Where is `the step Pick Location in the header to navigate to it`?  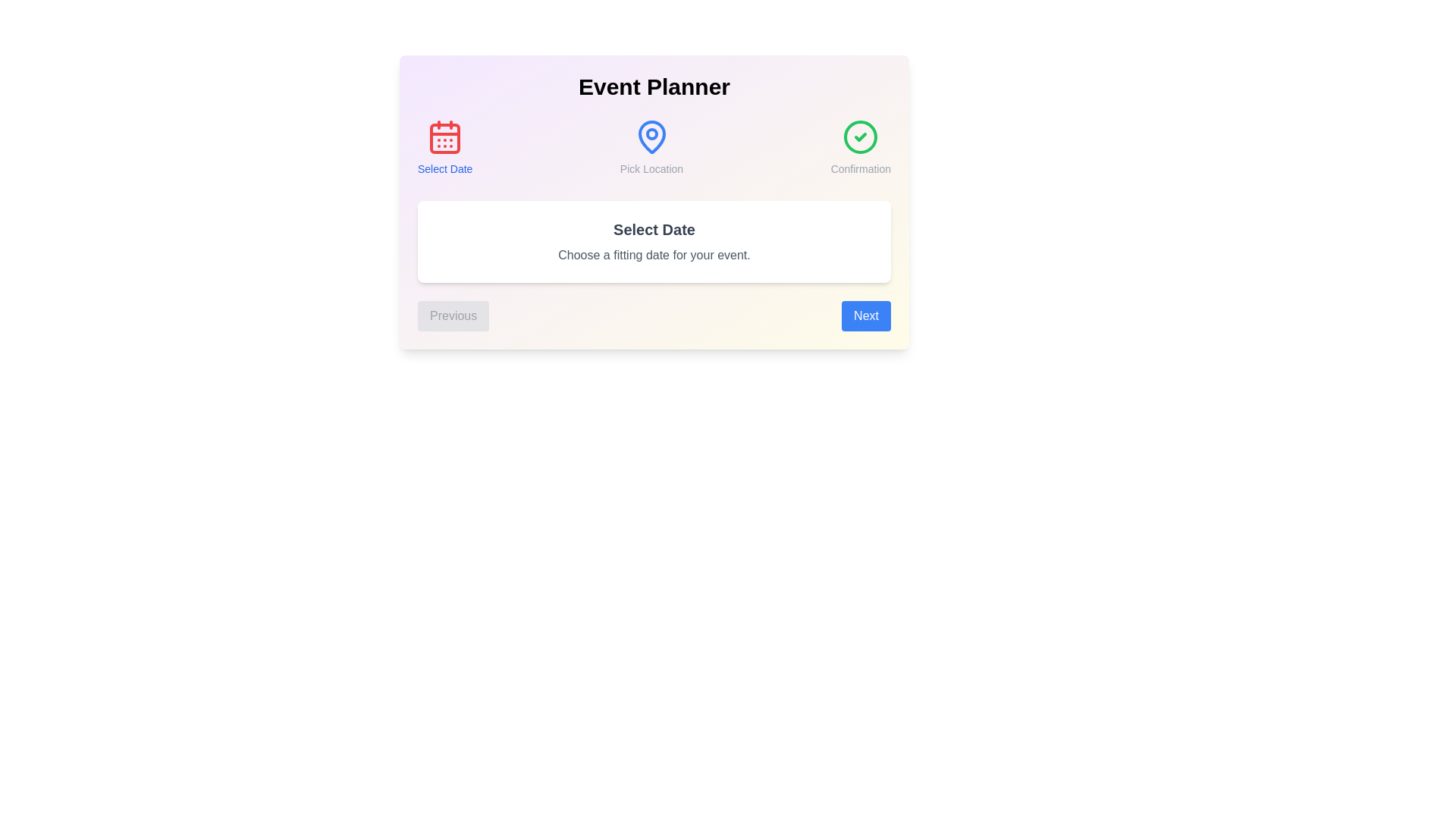 the step Pick Location in the header to navigate to it is located at coordinates (651, 148).